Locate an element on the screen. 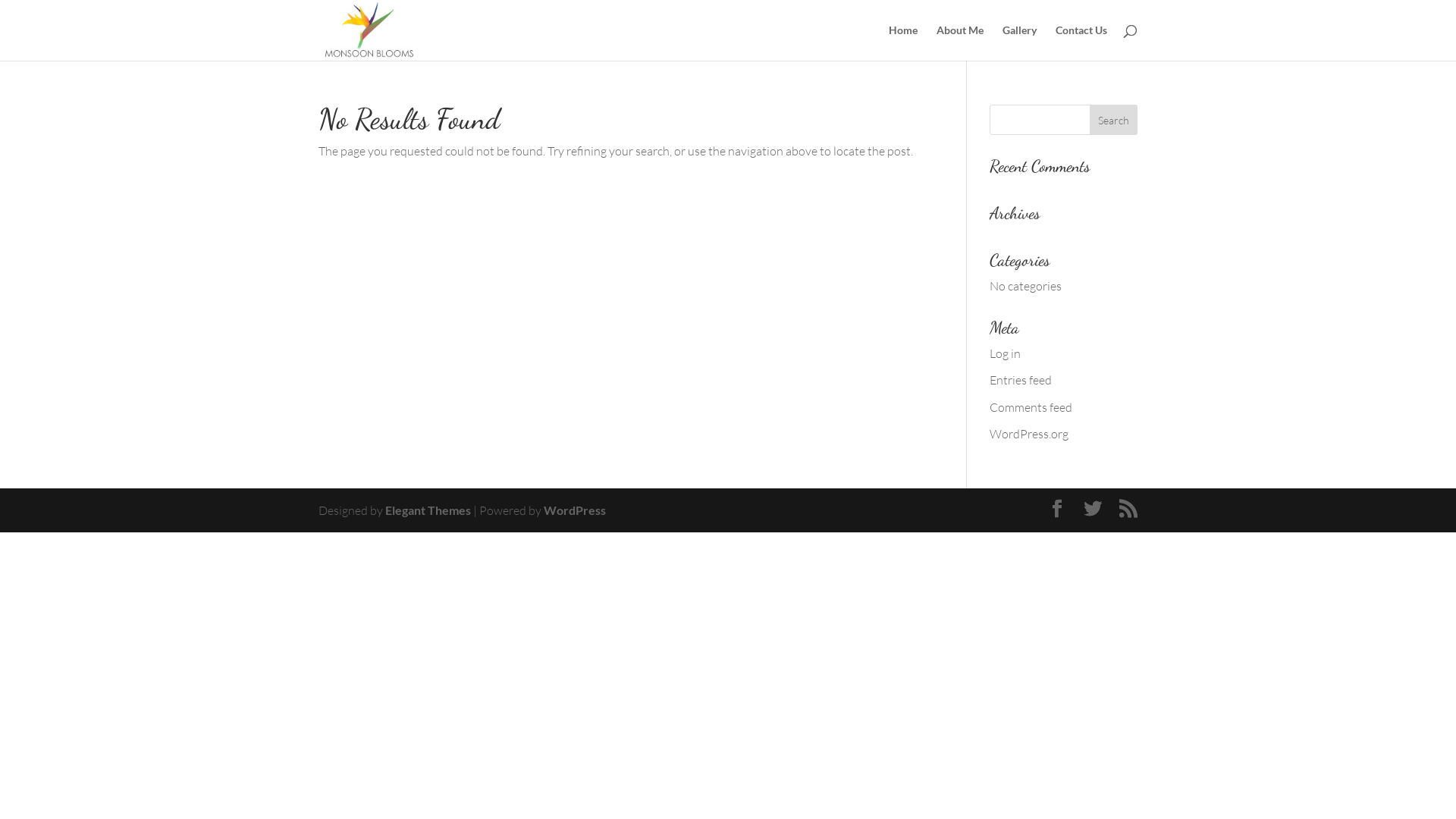  'WordPress.org' is located at coordinates (1029, 433).